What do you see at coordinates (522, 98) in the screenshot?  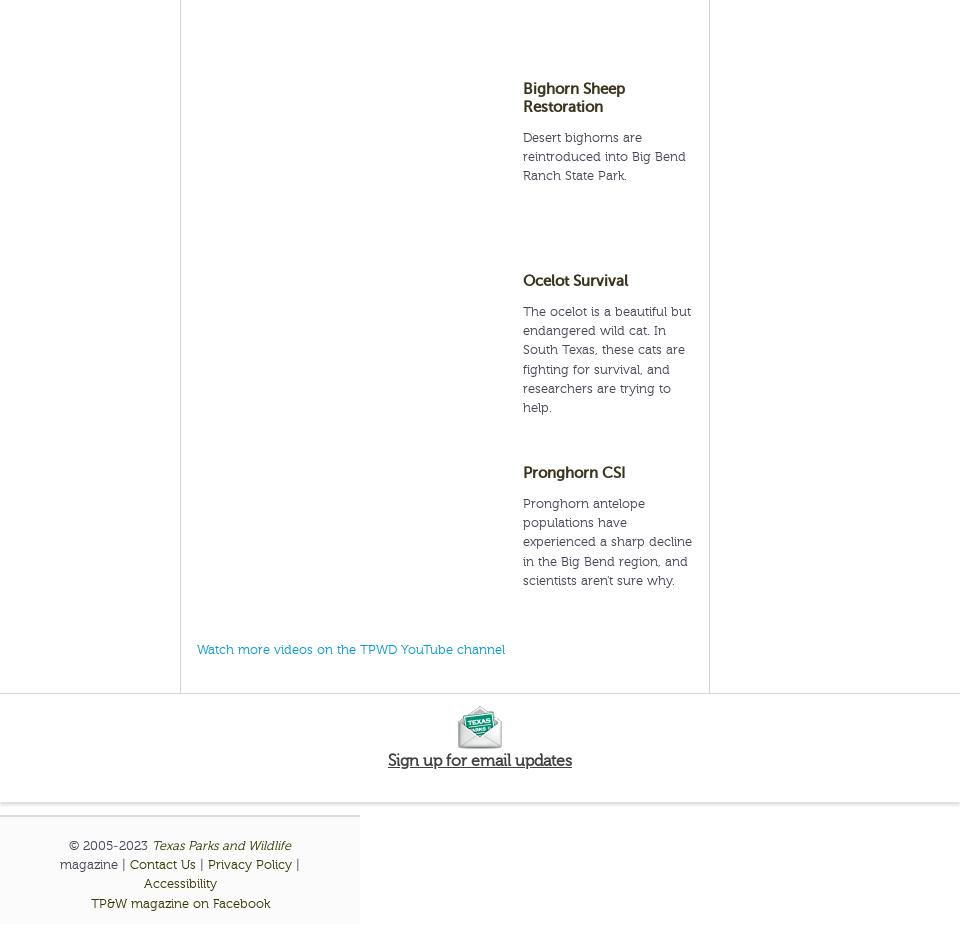 I see `'Bighorn Sheep Restoration'` at bounding box center [522, 98].